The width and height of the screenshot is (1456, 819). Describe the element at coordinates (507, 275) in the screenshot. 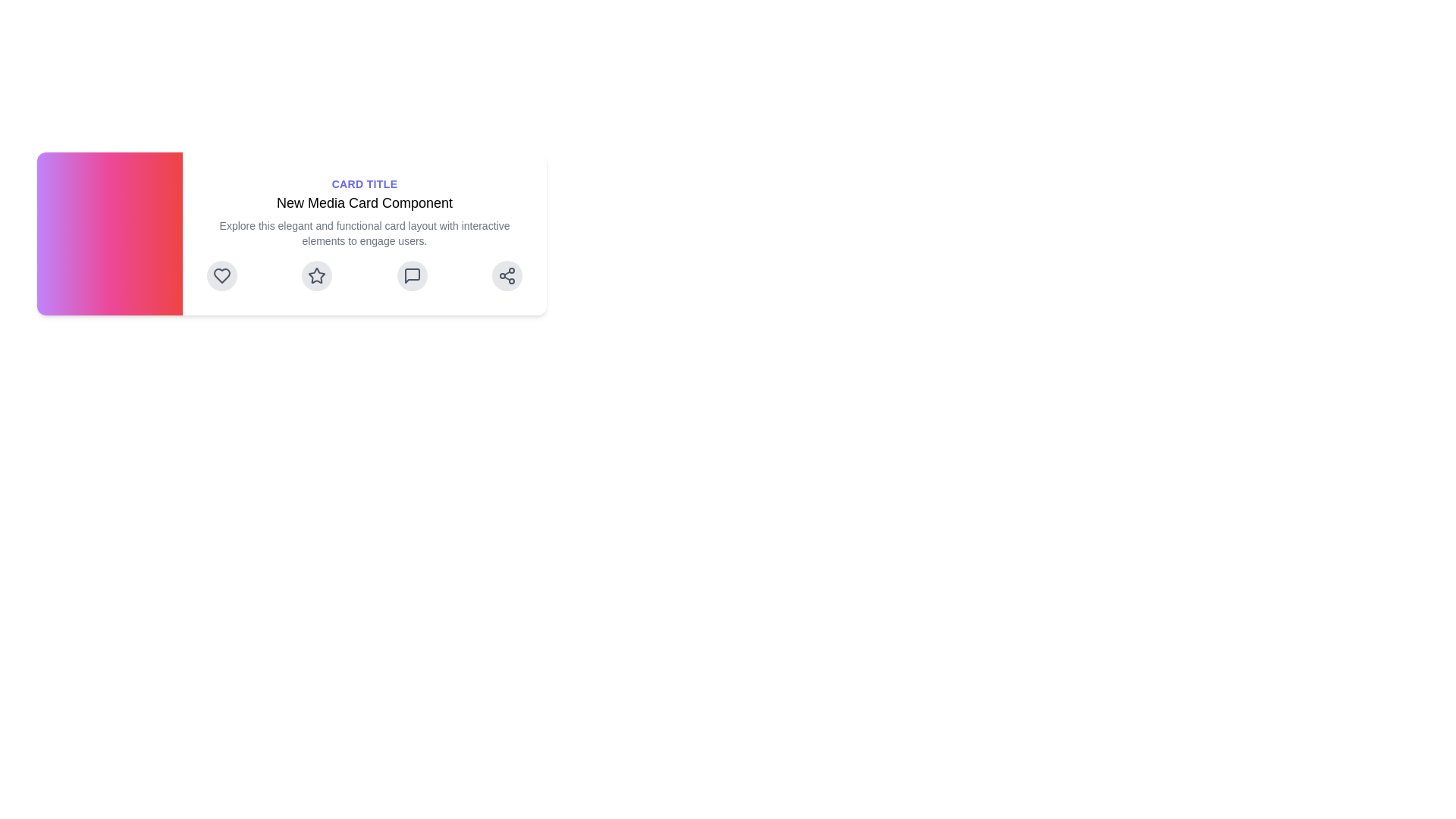

I see `the interactive share icon button, which is a circular button with a share symbol resembling three connected dots, located at the far-right end of the row of icons under the text content of the card` at that location.